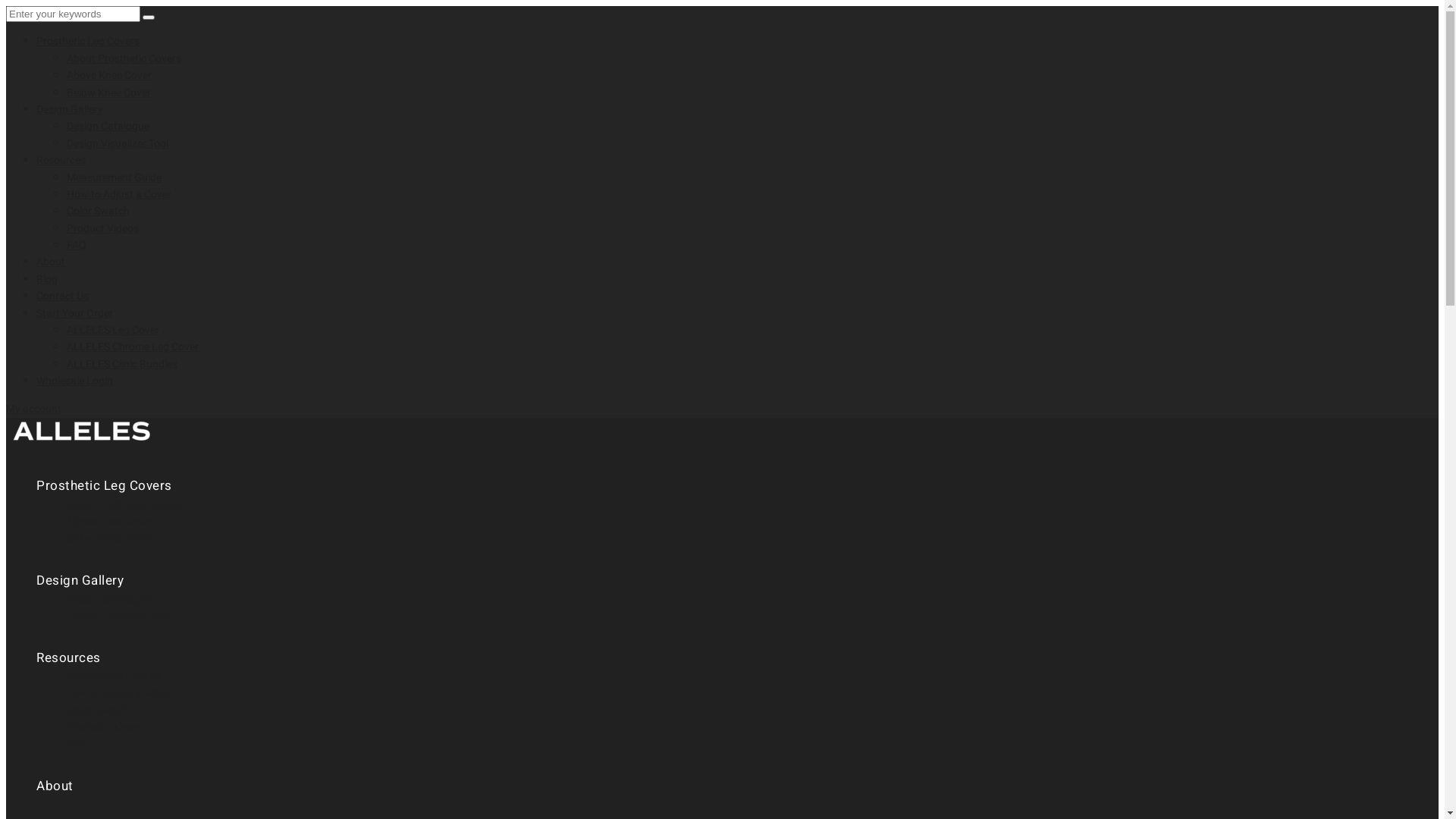 The width and height of the screenshot is (1456, 819). Describe the element at coordinates (111, 329) in the screenshot. I see `'ALLELES Leg Cover'` at that location.